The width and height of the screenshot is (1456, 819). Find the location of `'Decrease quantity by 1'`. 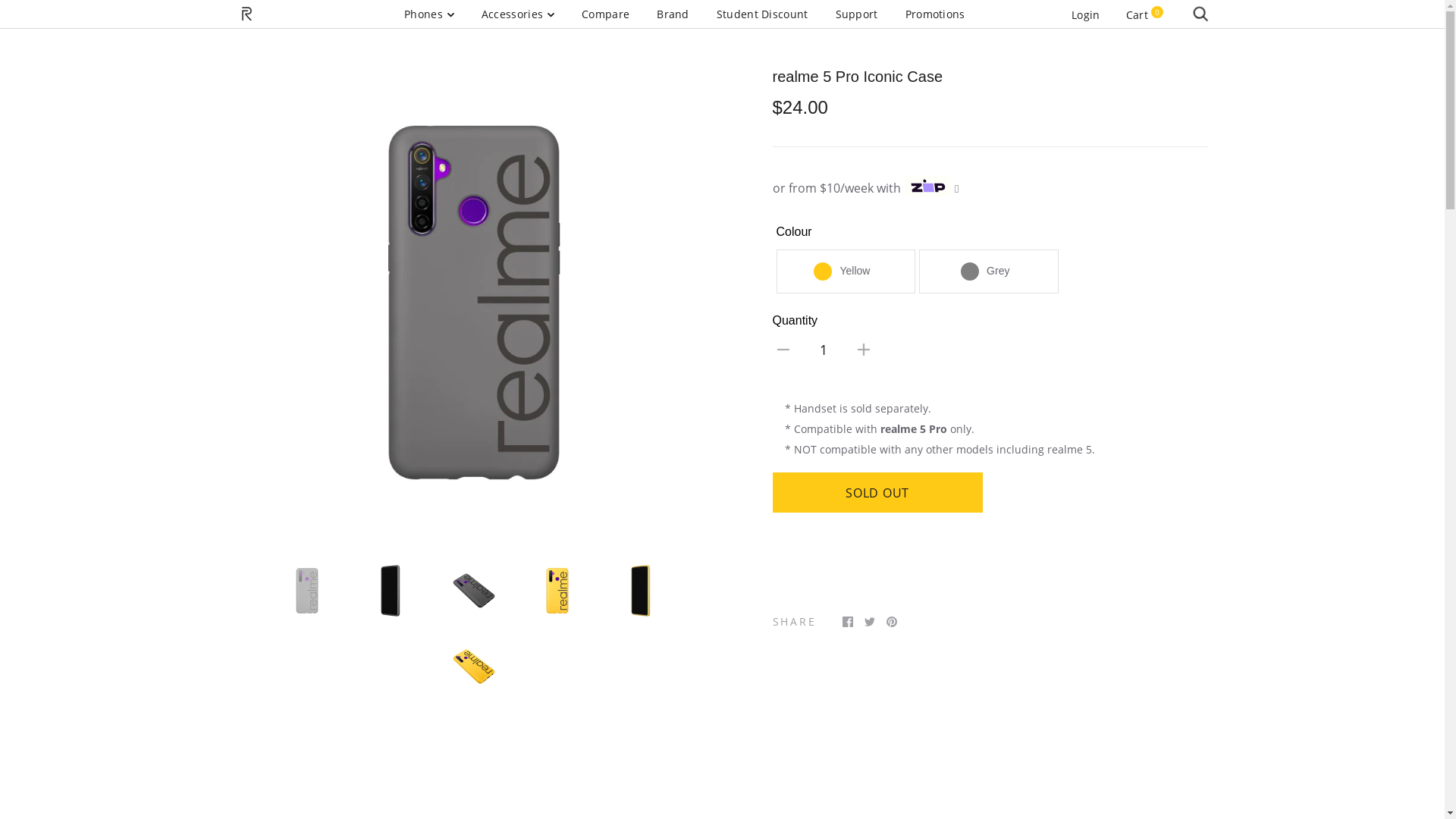

'Decrease quantity by 1' is located at coordinates (783, 348).